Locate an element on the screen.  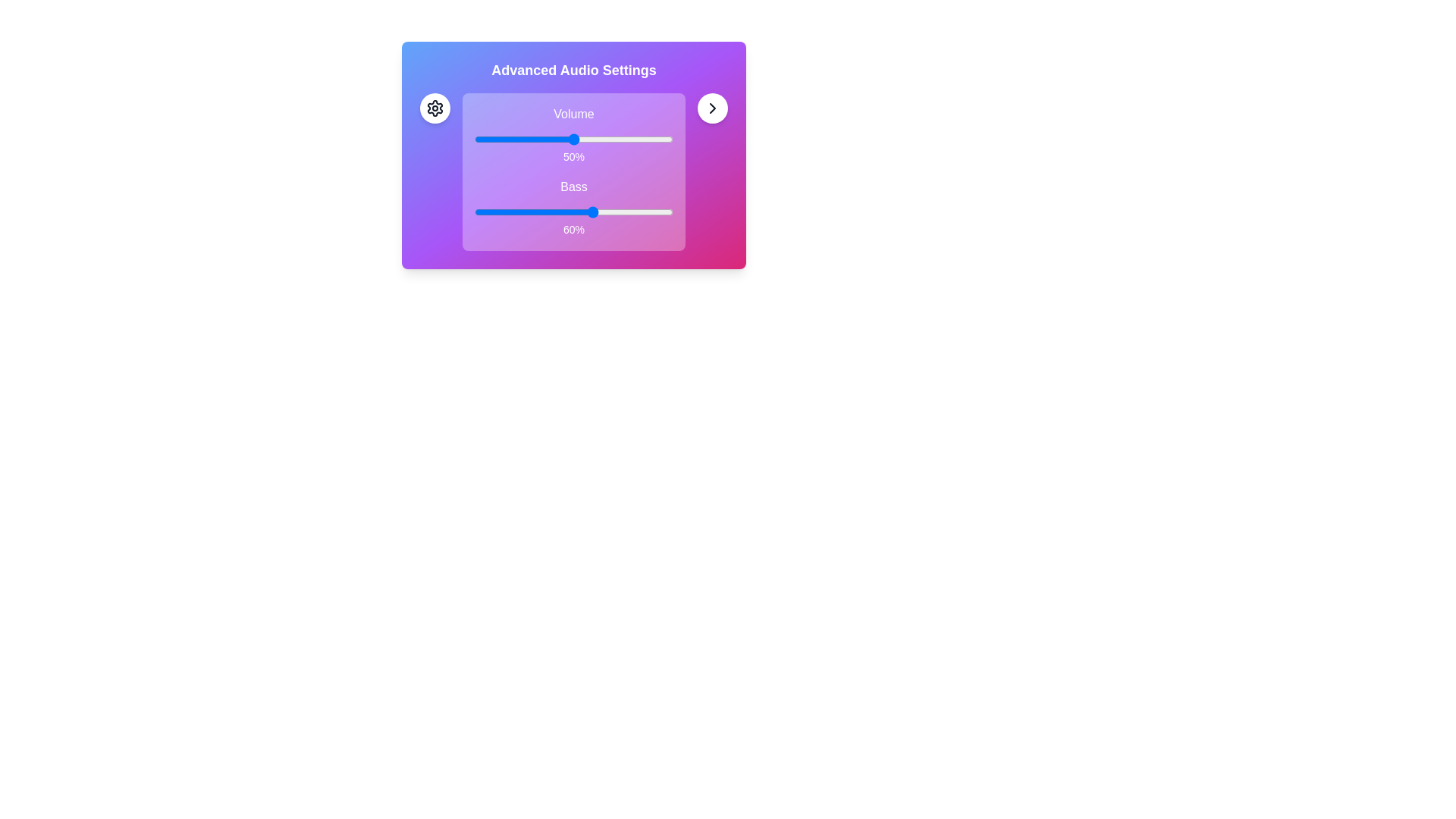
the volume slider to set the volume to 84% is located at coordinates (642, 140).